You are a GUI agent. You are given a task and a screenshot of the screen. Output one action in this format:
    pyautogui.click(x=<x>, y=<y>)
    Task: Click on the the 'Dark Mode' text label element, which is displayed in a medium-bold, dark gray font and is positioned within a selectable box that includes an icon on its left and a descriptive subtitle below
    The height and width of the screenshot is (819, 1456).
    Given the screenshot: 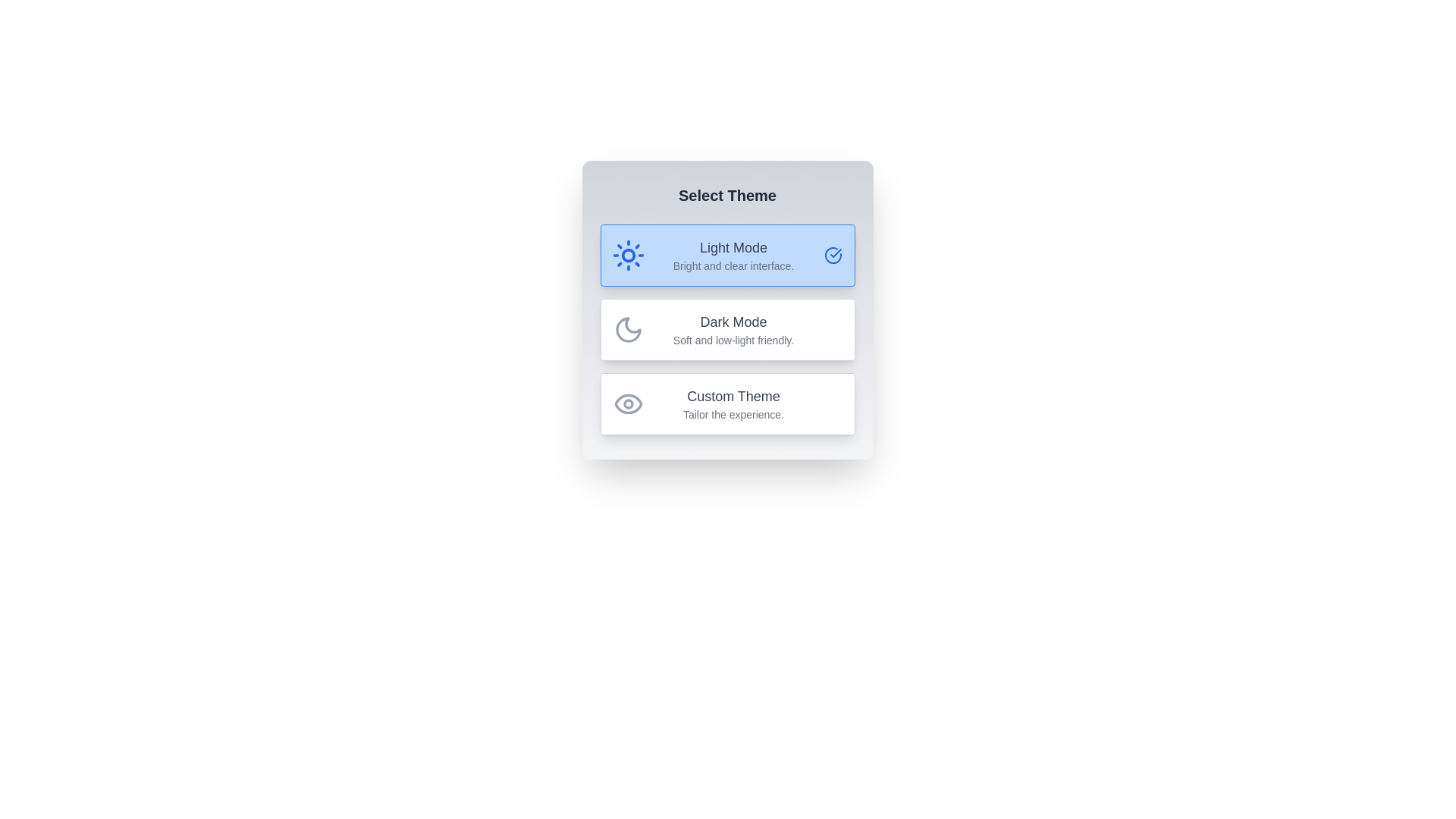 What is the action you would take?
    pyautogui.click(x=733, y=321)
    